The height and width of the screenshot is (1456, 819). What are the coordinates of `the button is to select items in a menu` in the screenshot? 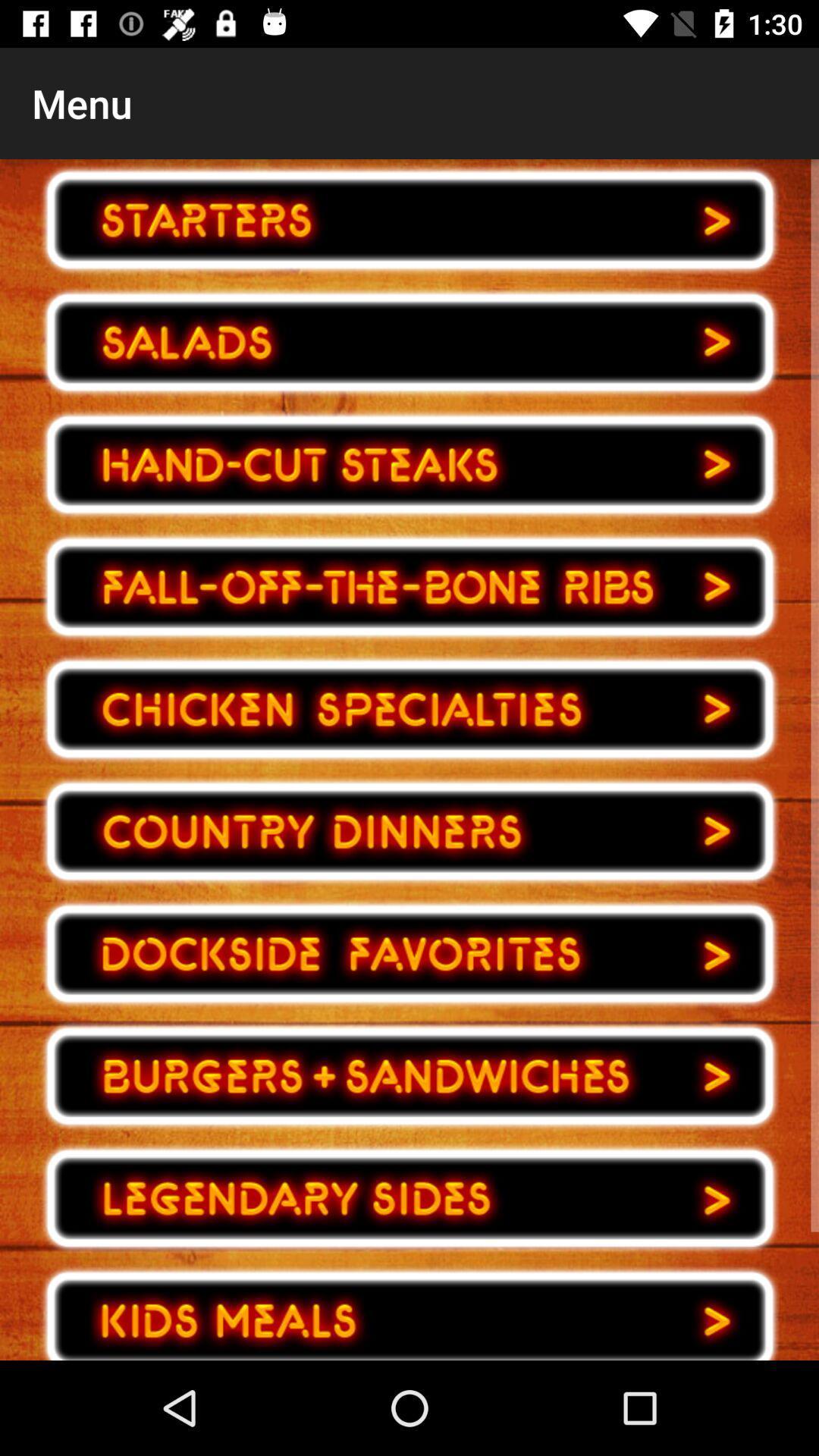 It's located at (409, 586).